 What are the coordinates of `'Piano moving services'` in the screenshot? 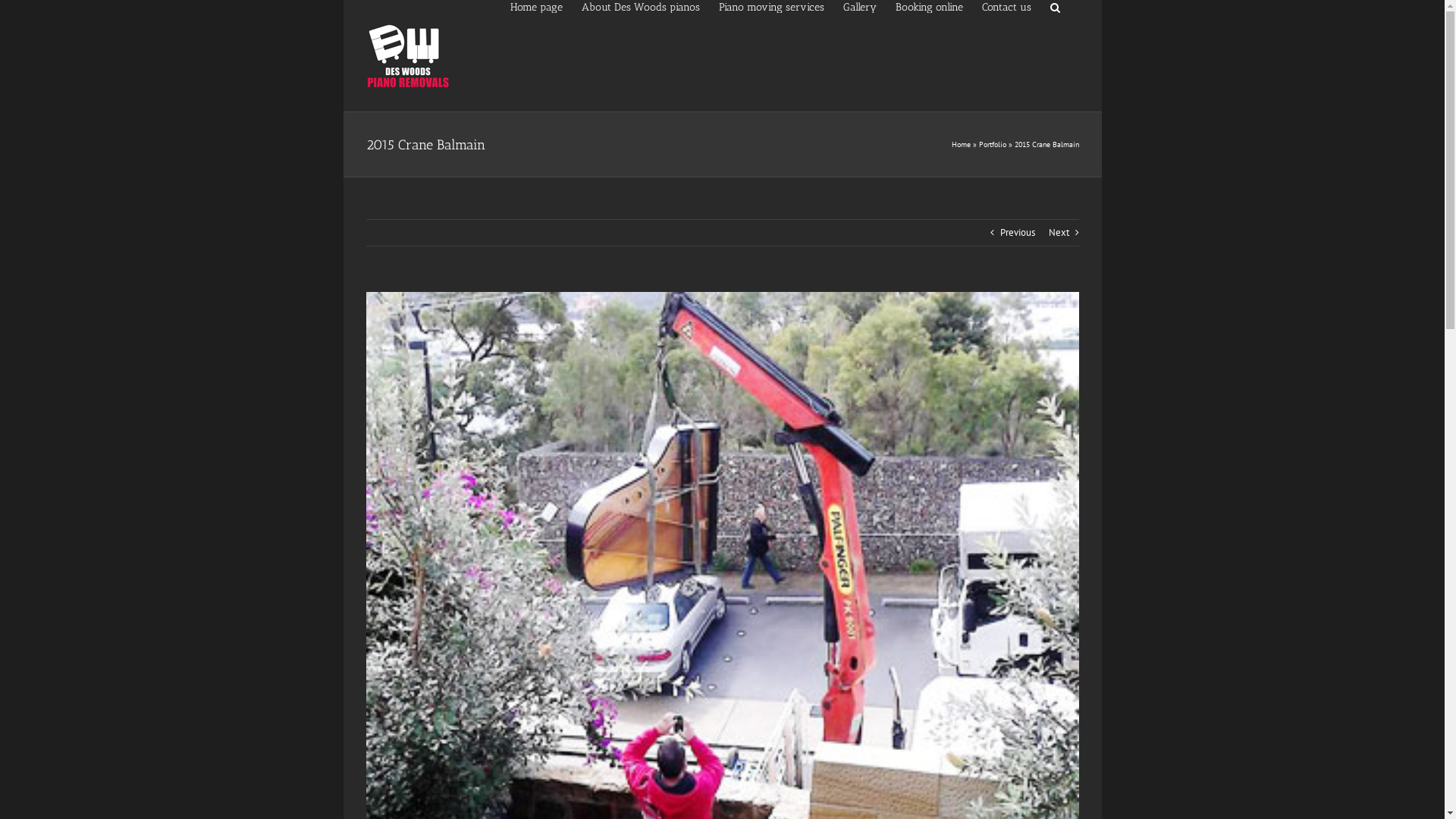 It's located at (771, 6).